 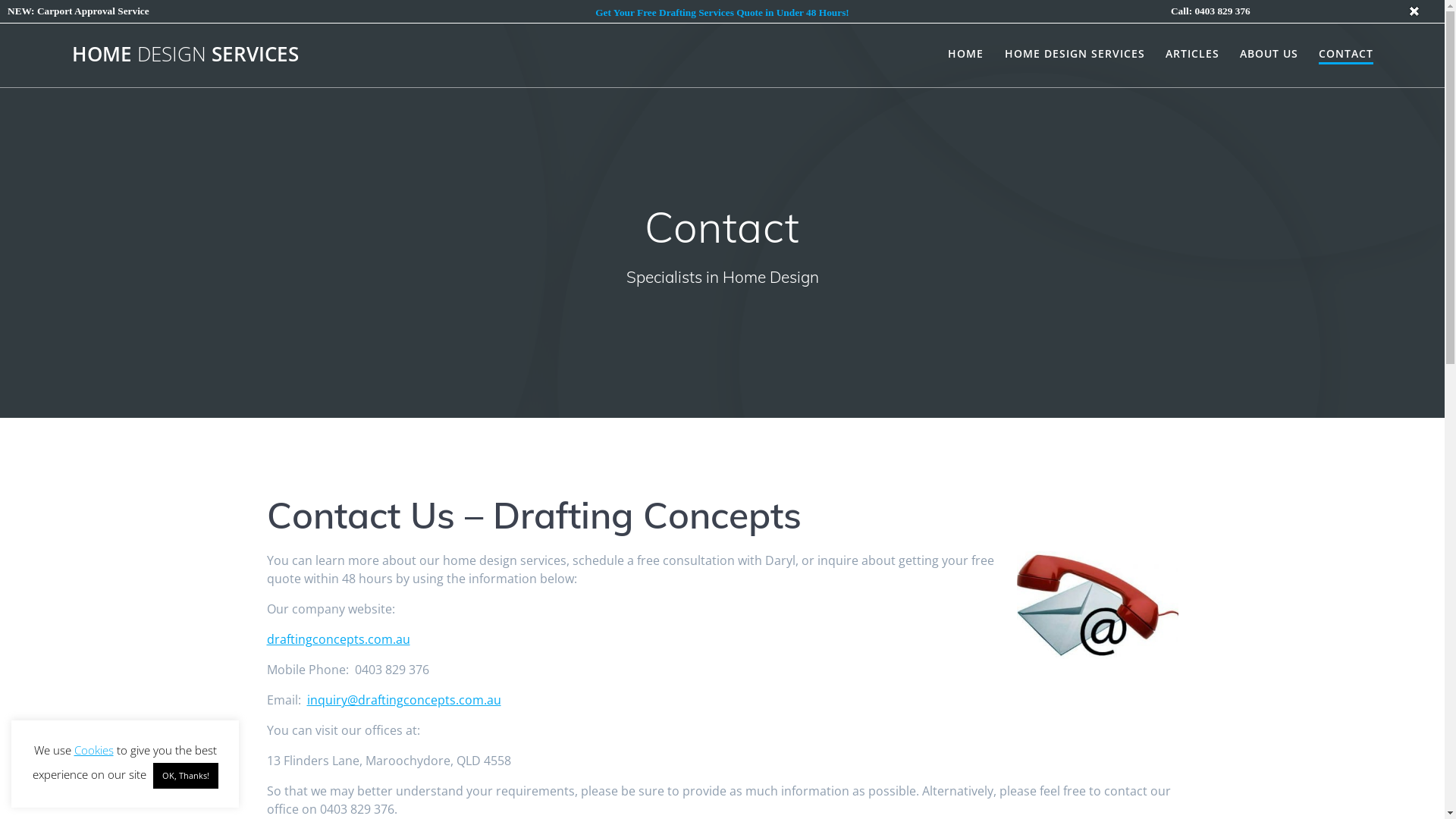 What do you see at coordinates (403, 699) in the screenshot?
I see `'inquiry@draftingconcepts.com.au'` at bounding box center [403, 699].